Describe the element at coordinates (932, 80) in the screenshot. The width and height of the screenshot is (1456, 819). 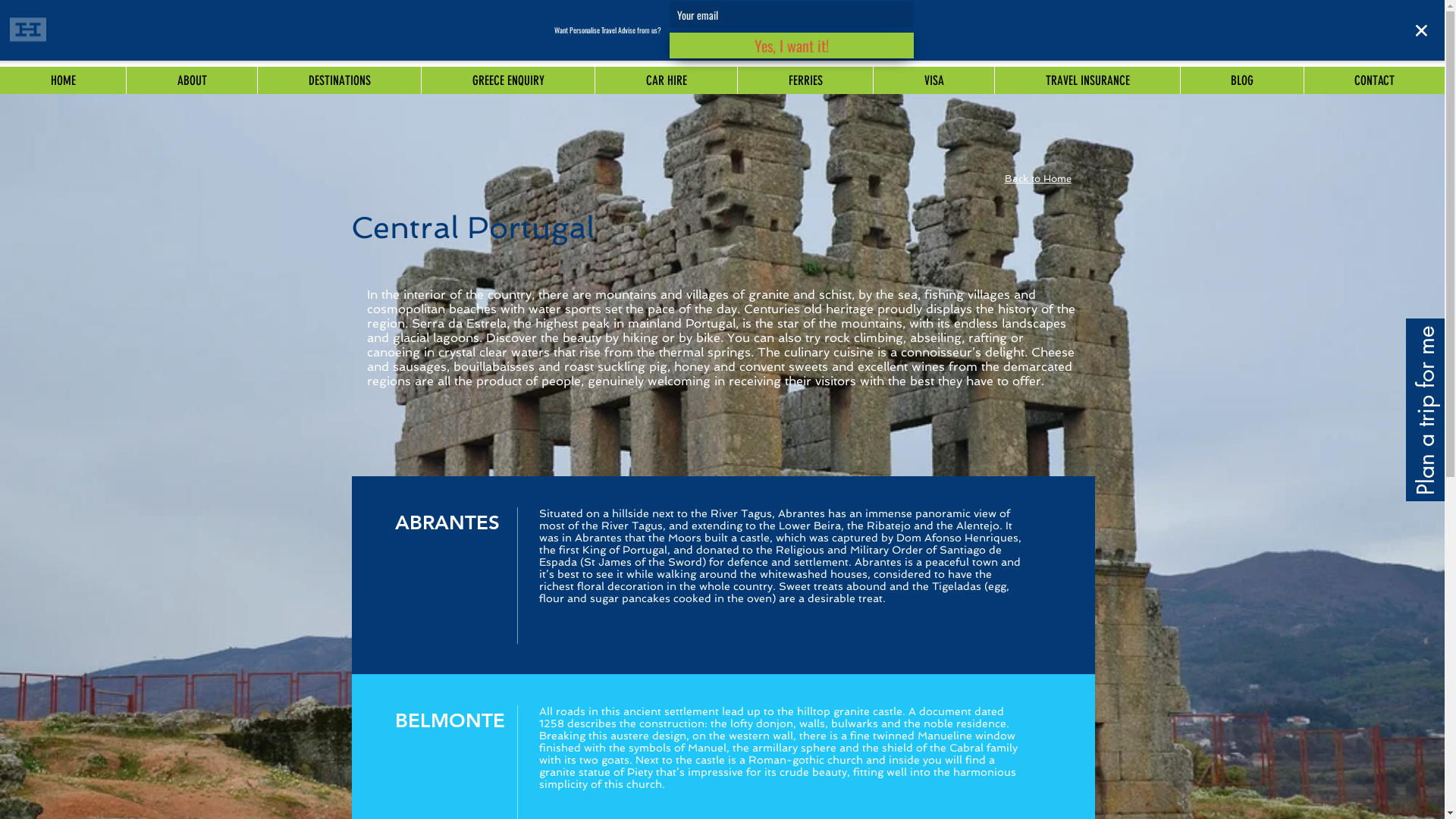
I see `'VISA'` at that location.